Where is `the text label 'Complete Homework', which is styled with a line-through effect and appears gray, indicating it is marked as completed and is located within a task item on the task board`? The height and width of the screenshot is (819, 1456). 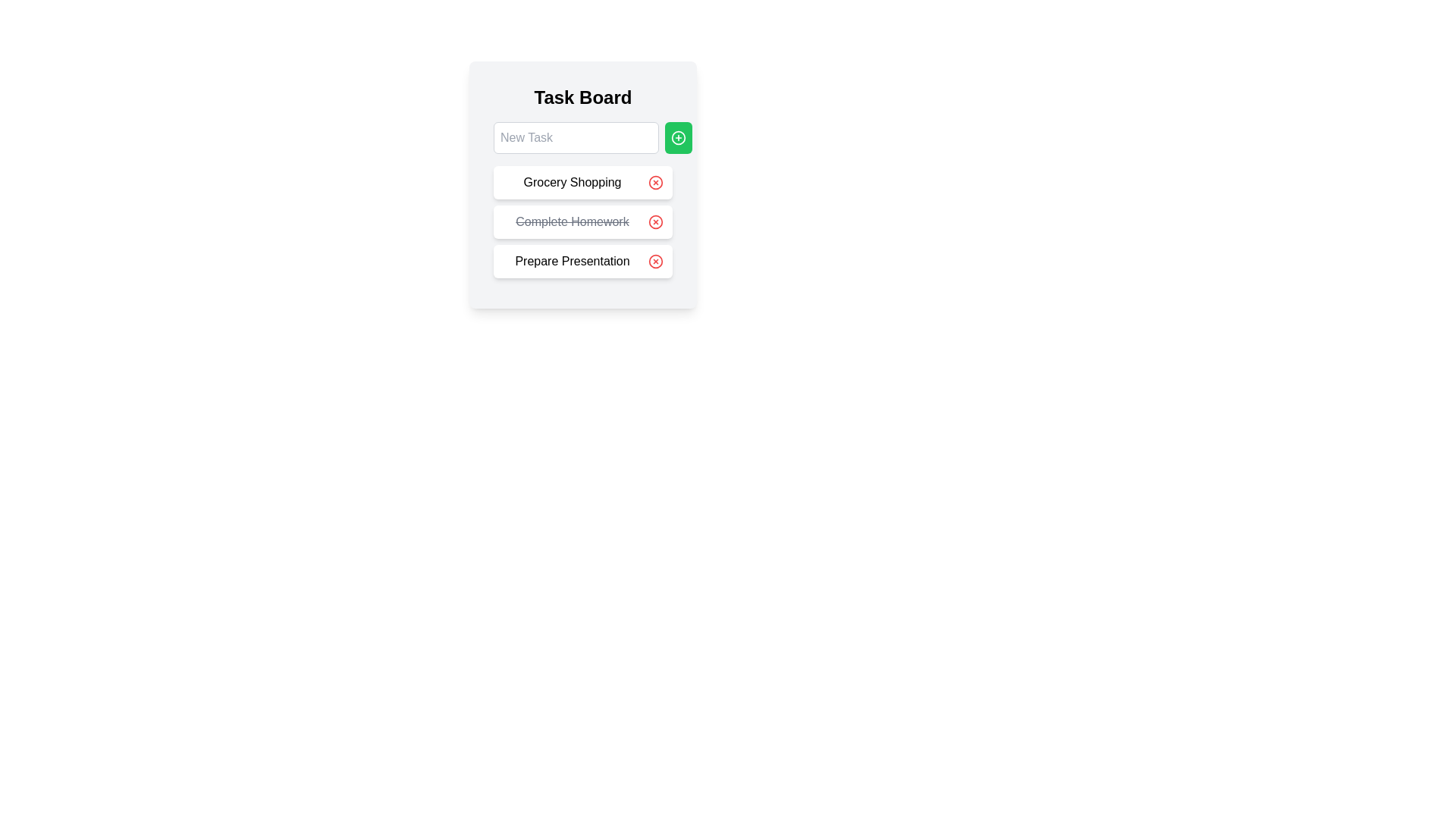 the text label 'Complete Homework', which is styled with a line-through effect and appears gray, indicating it is marked as completed and is located within a task item on the task board is located at coordinates (571, 222).